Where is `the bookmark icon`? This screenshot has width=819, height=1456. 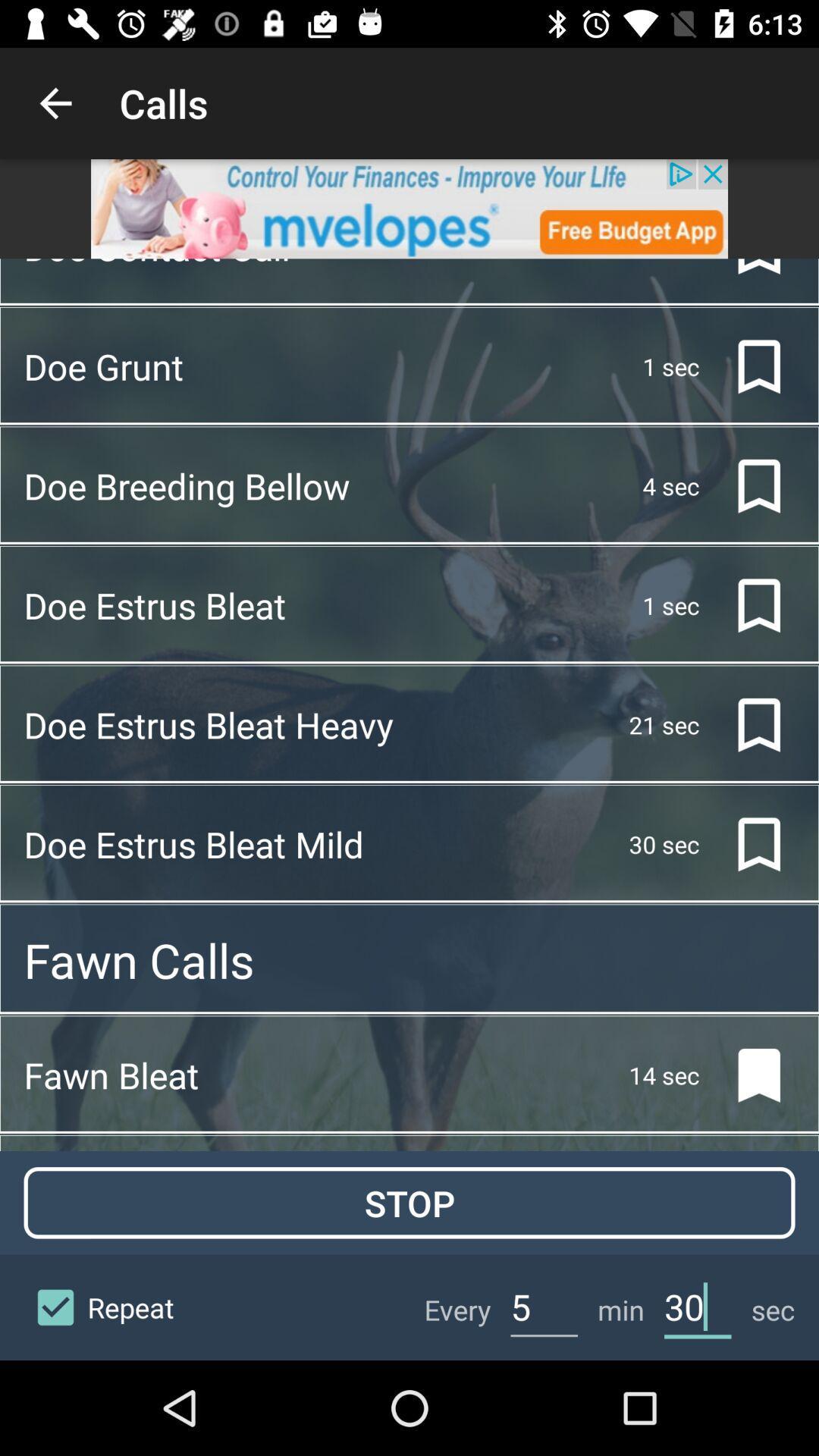
the bookmark icon is located at coordinates (746, 843).